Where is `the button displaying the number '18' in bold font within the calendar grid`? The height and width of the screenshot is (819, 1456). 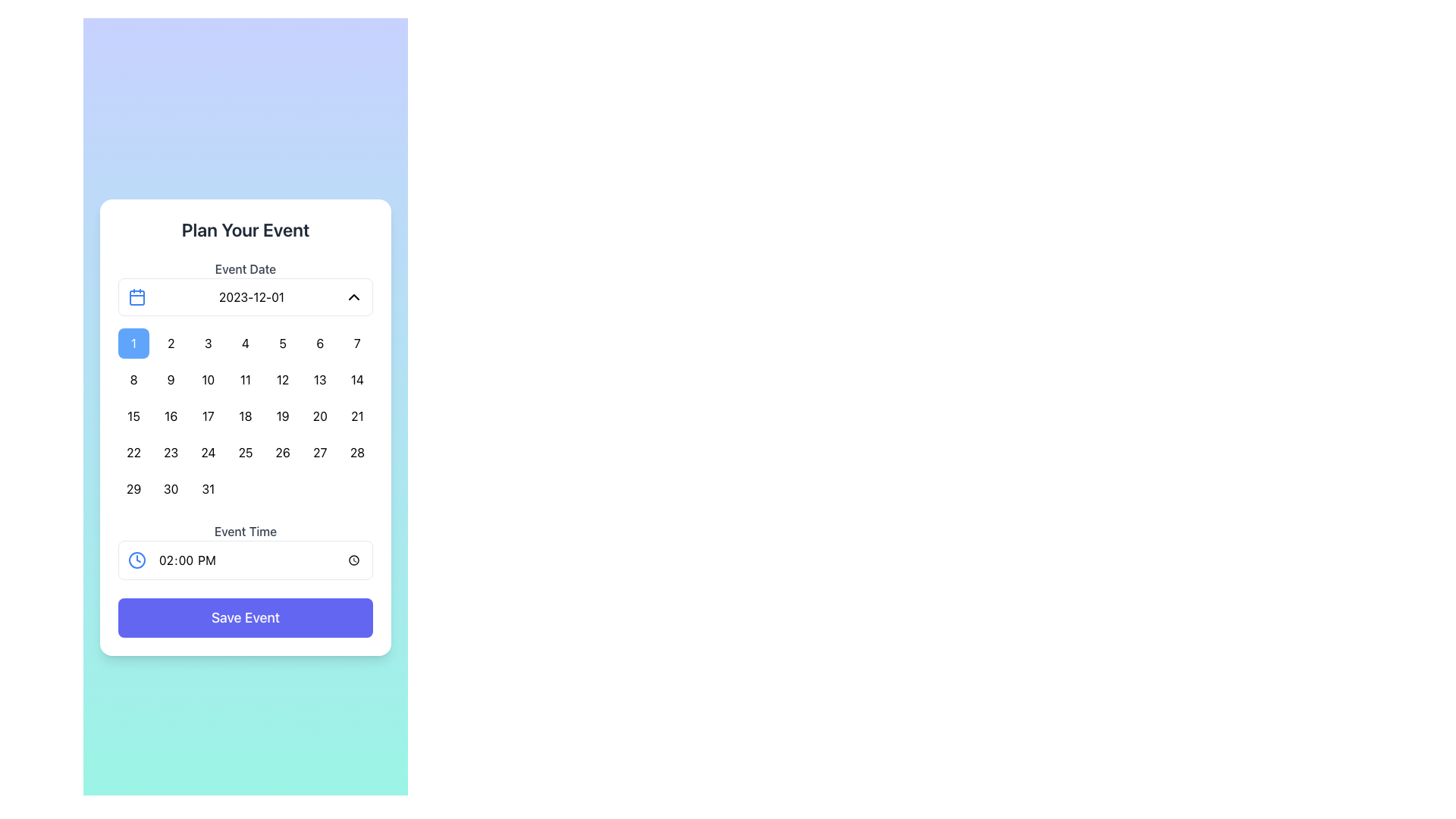
the button displaying the number '18' in bold font within the calendar grid is located at coordinates (245, 416).